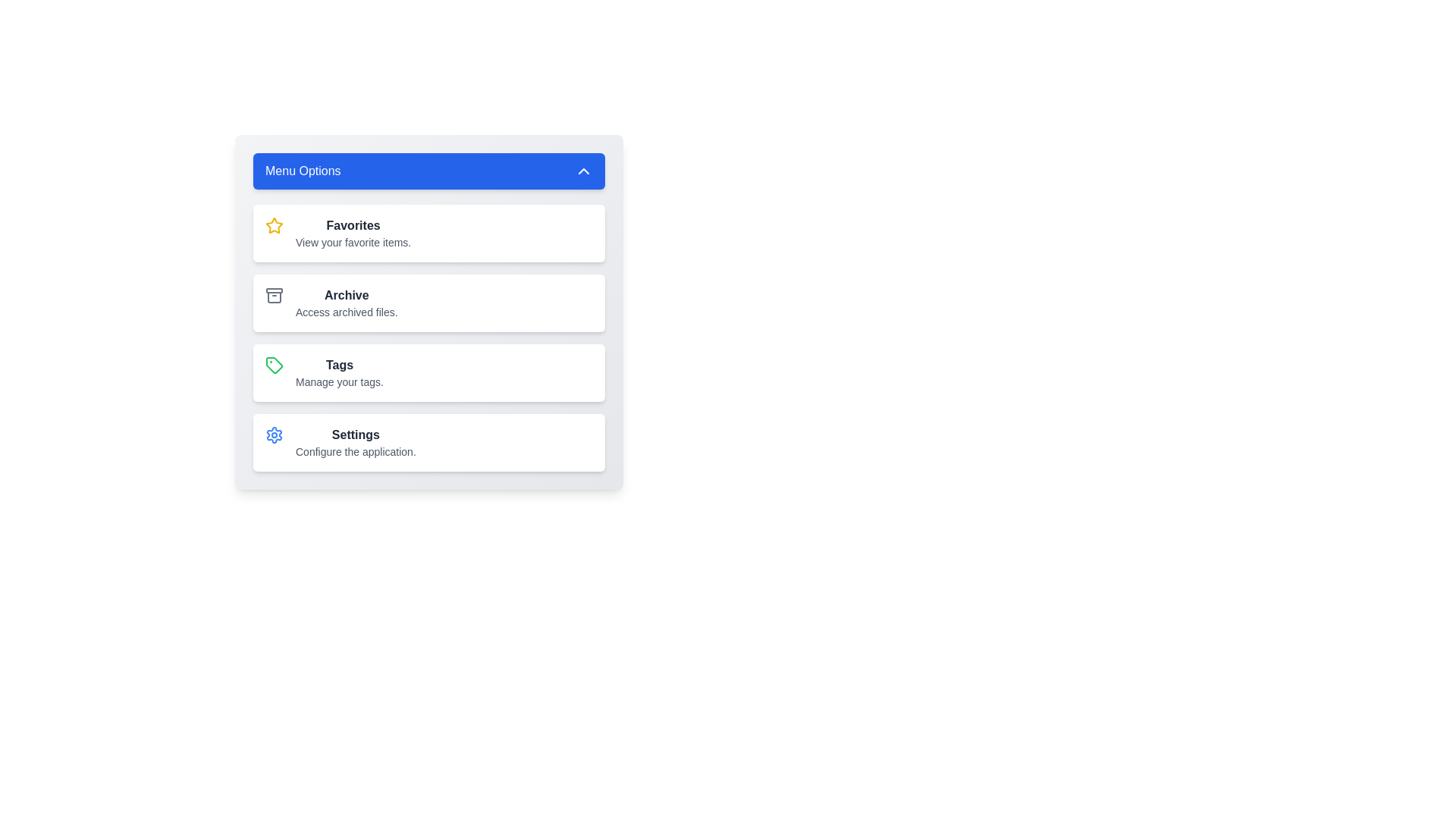 Image resolution: width=1456 pixels, height=819 pixels. Describe the element at coordinates (338, 381) in the screenshot. I see `the Text Label that provides a brief description for the 'Tags' menu option, located below the 'Tags' header` at that location.